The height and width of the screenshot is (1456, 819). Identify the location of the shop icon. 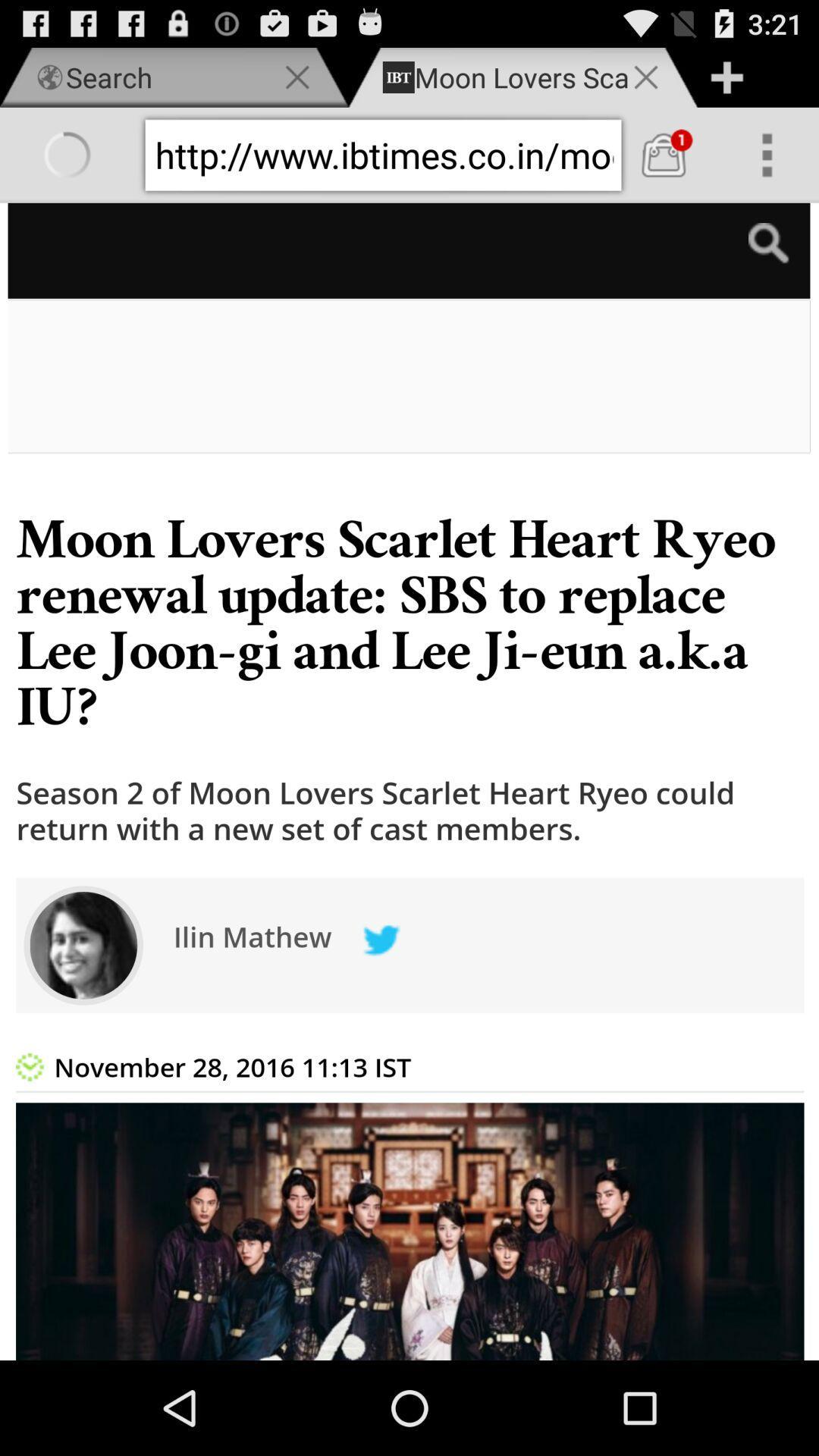
(663, 166).